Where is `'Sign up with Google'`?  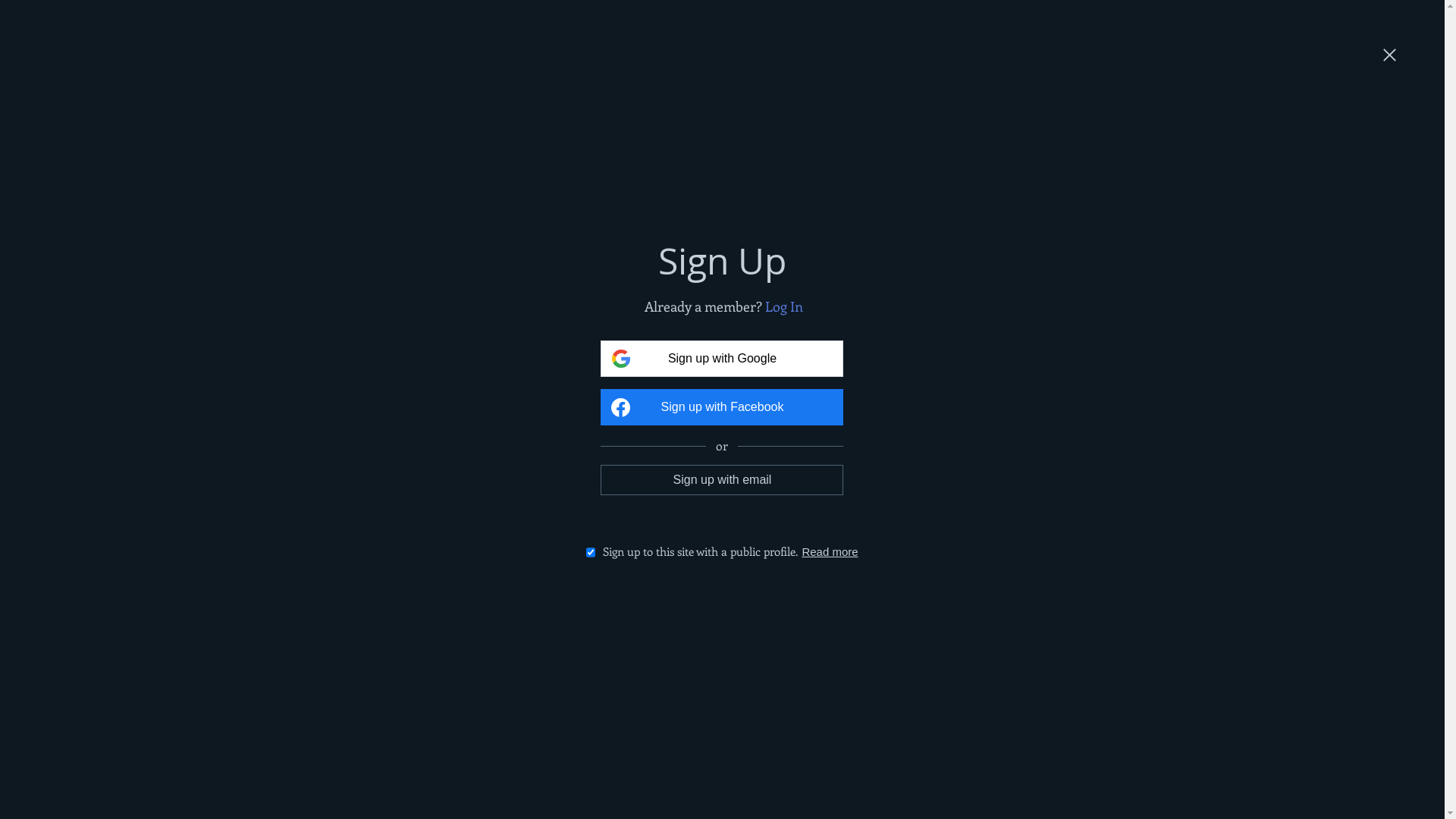 'Sign up with Google' is located at coordinates (720, 359).